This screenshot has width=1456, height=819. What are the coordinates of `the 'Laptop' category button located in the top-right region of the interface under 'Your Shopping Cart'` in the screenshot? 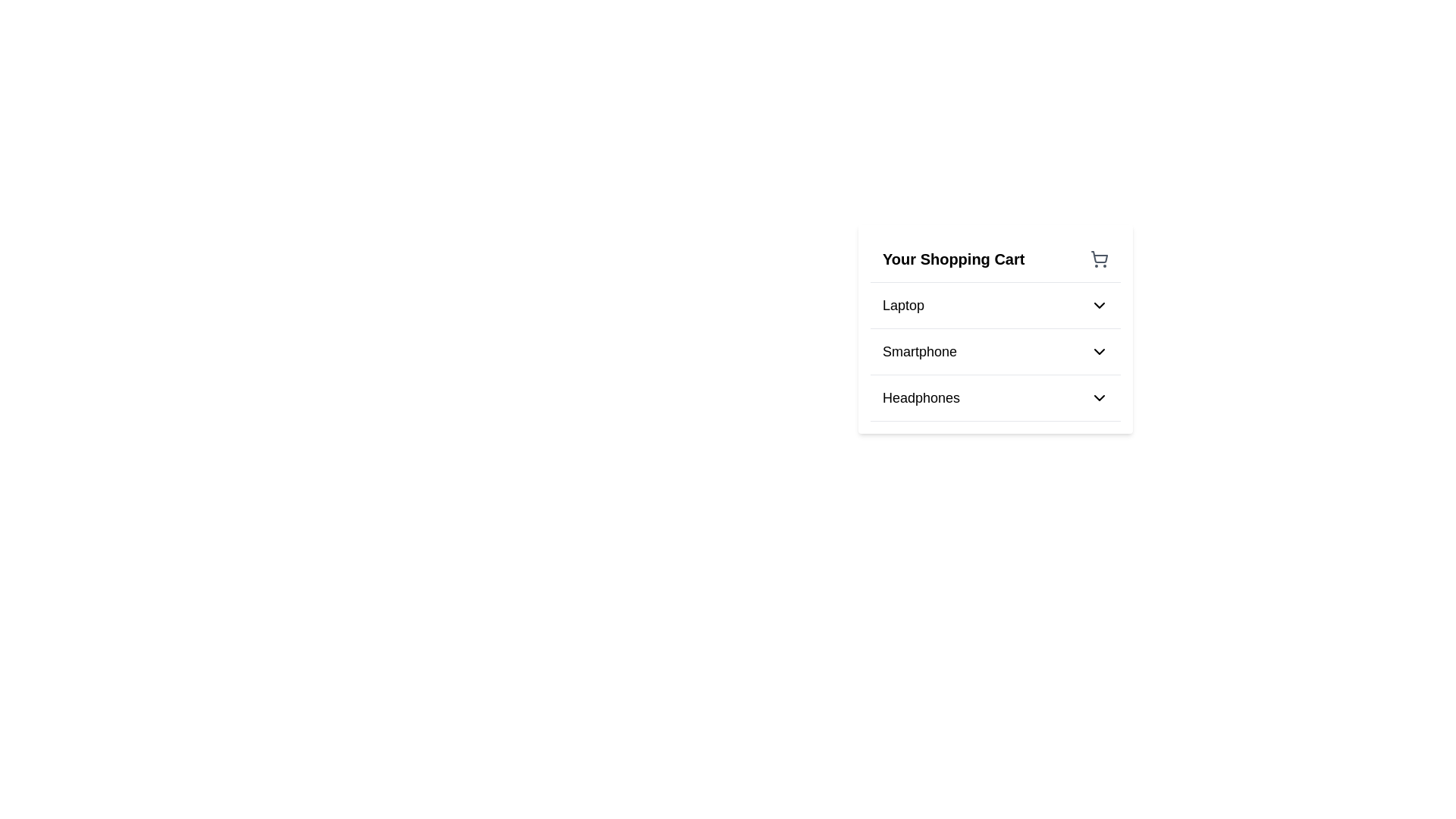 It's located at (996, 305).